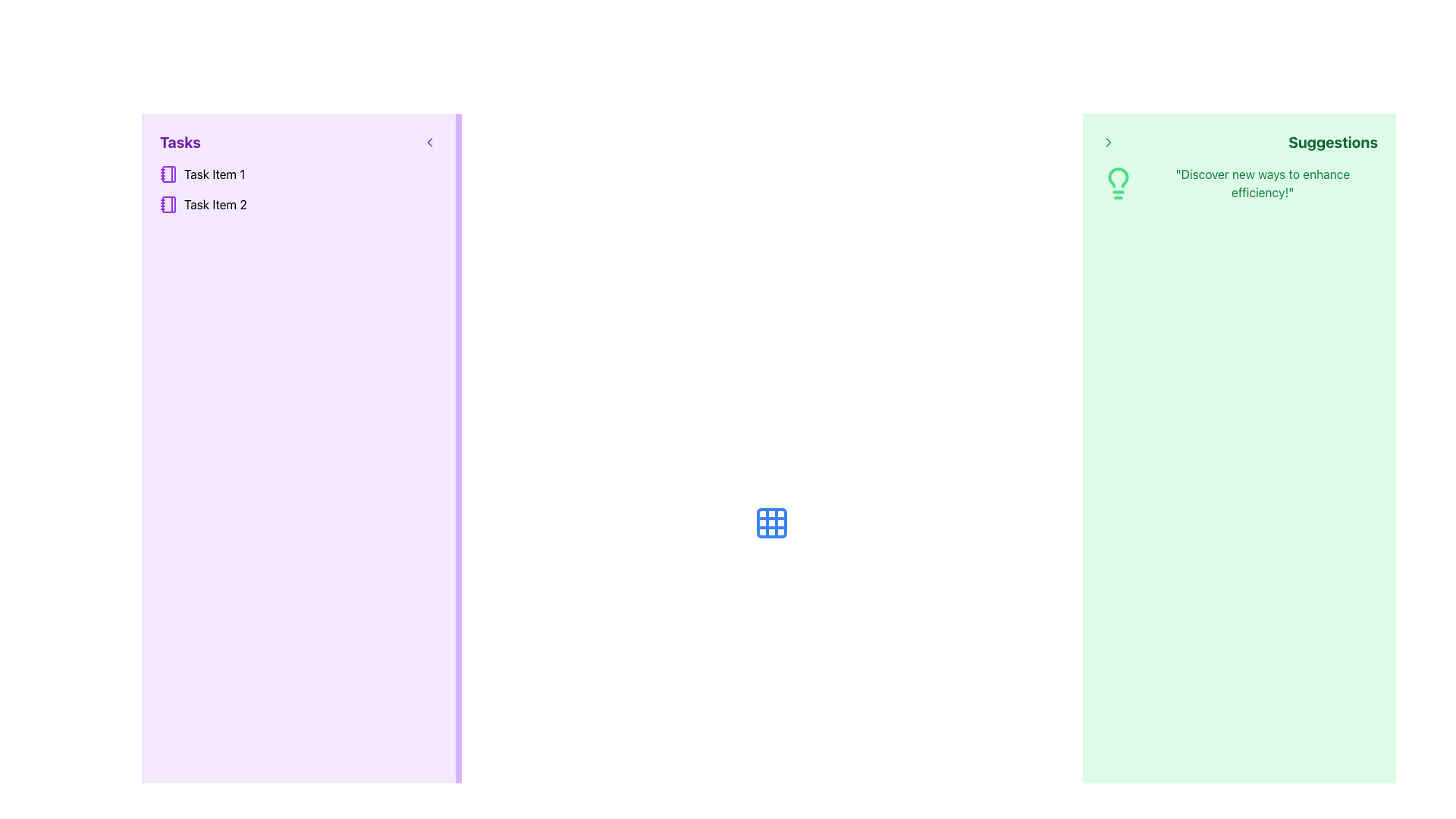  What do you see at coordinates (1118, 183) in the screenshot?
I see `the lightbulb icon located in the green panel on the right side, which represents suggestions for enhancing efficiency` at bounding box center [1118, 183].